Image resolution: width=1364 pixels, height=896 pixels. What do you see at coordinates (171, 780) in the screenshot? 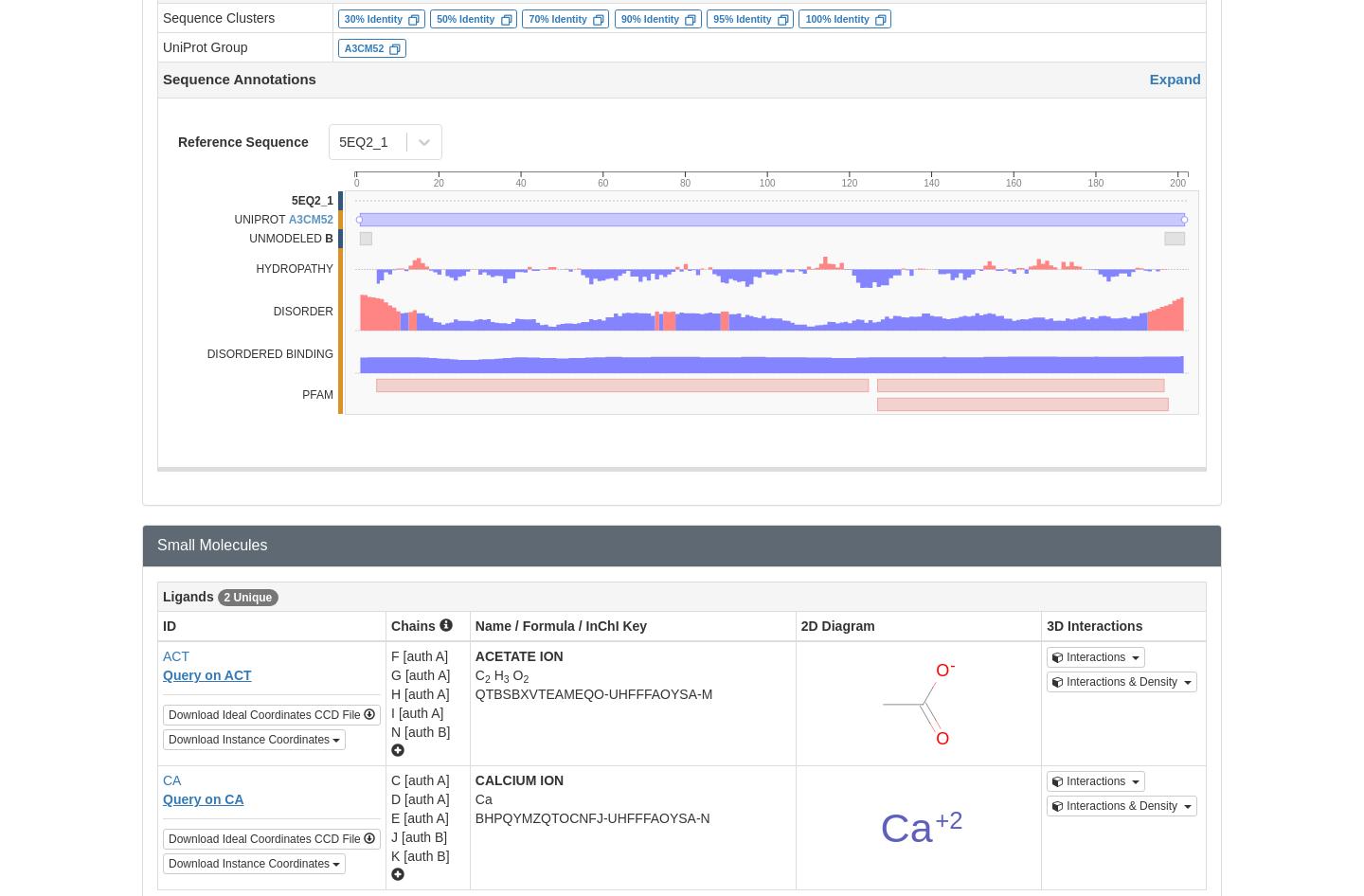
I see `'CA'` at bounding box center [171, 780].